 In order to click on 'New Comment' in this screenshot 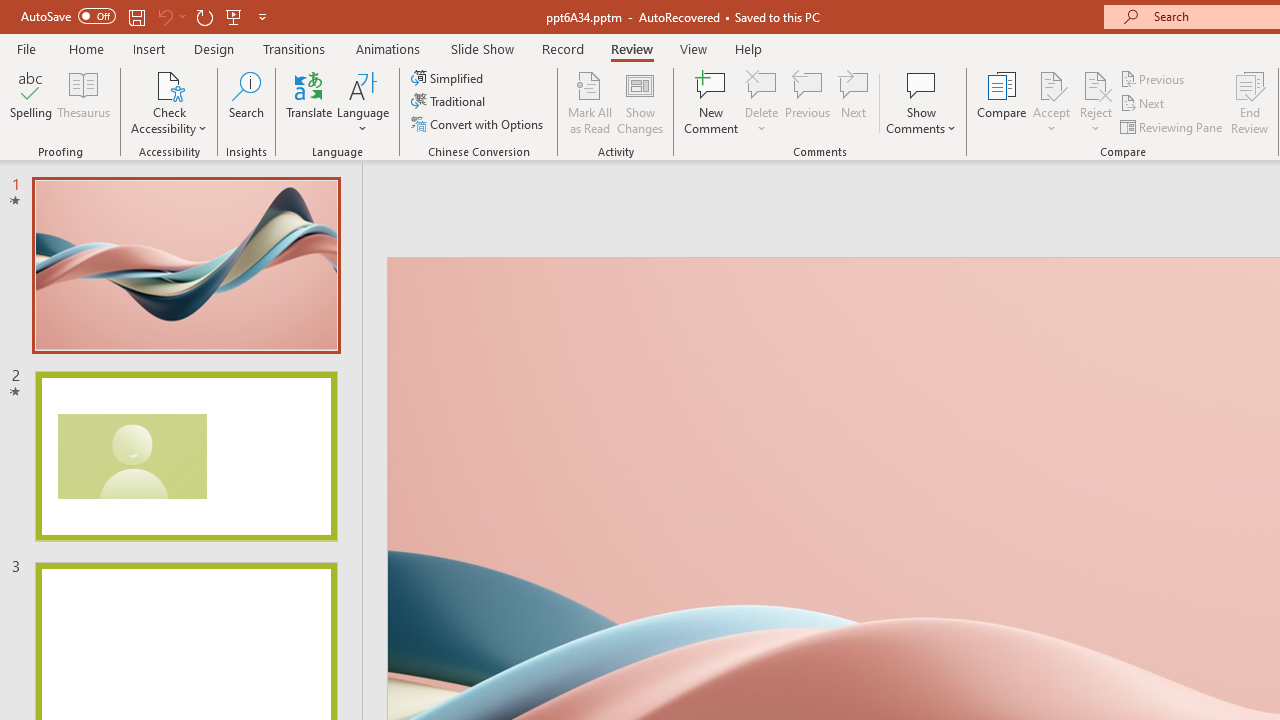, I will do `click(711, 103)`.